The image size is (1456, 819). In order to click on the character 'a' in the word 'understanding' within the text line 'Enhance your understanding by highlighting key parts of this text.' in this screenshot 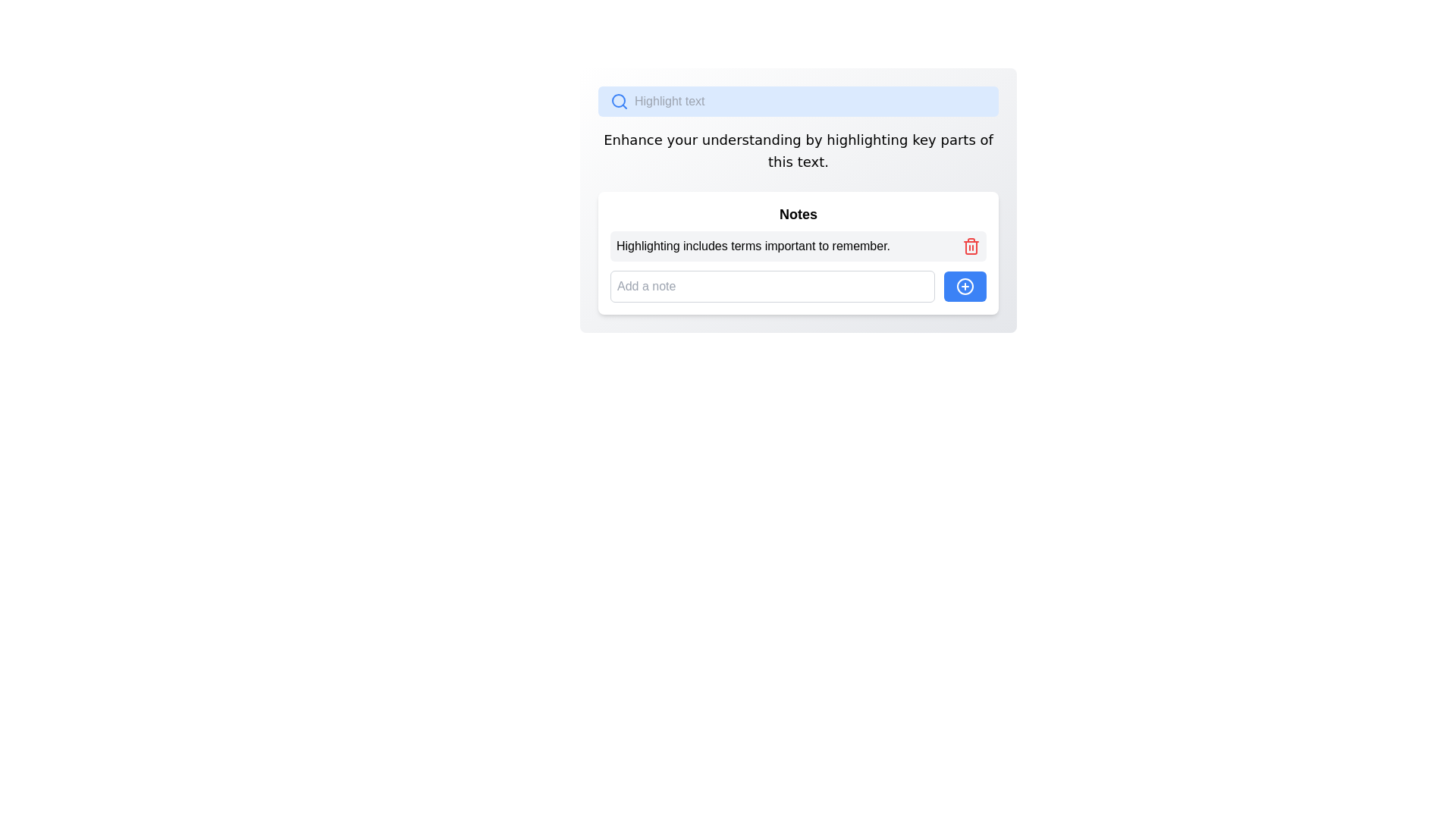, I will do `click(758, 140)`.